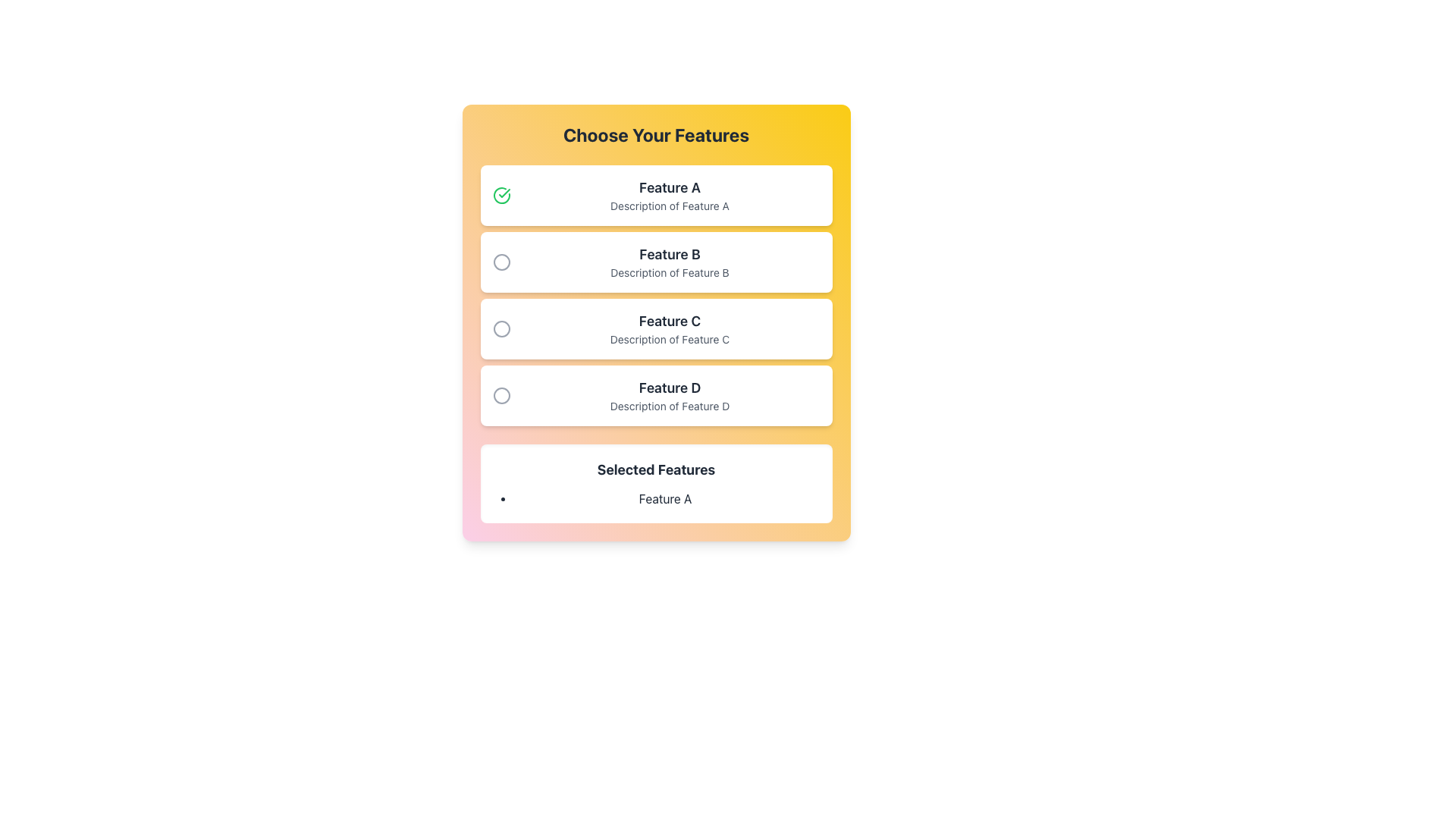 Image resolution: width=1456 pixels, height=819 pixels. I want to click on the text element displaying 'Description of Feature B', which is located directly below the label 'Feature B' in the 'Choose Your Features' list, so click(669, 271).